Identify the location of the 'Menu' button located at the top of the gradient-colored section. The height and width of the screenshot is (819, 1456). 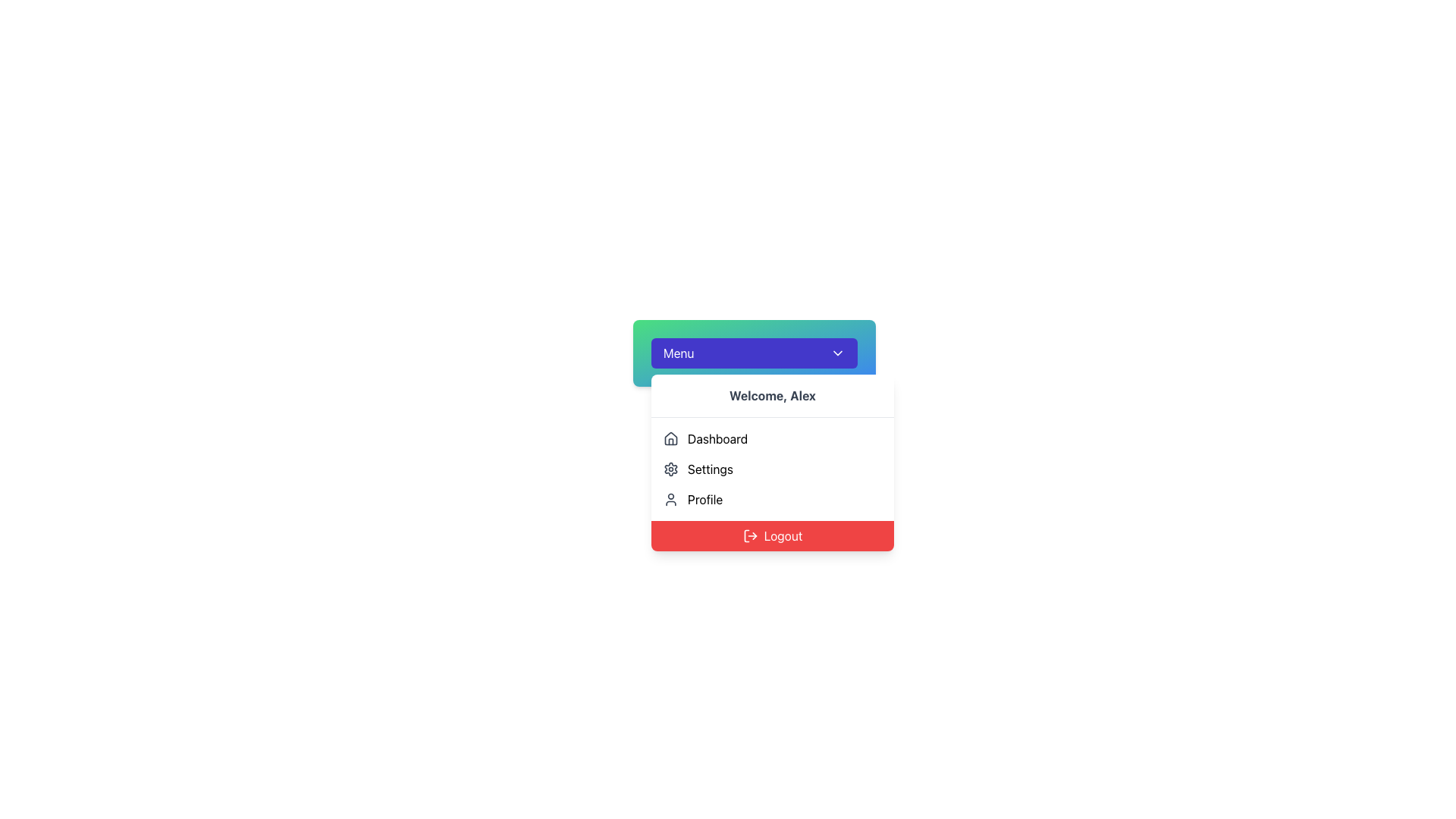
(754, 353).